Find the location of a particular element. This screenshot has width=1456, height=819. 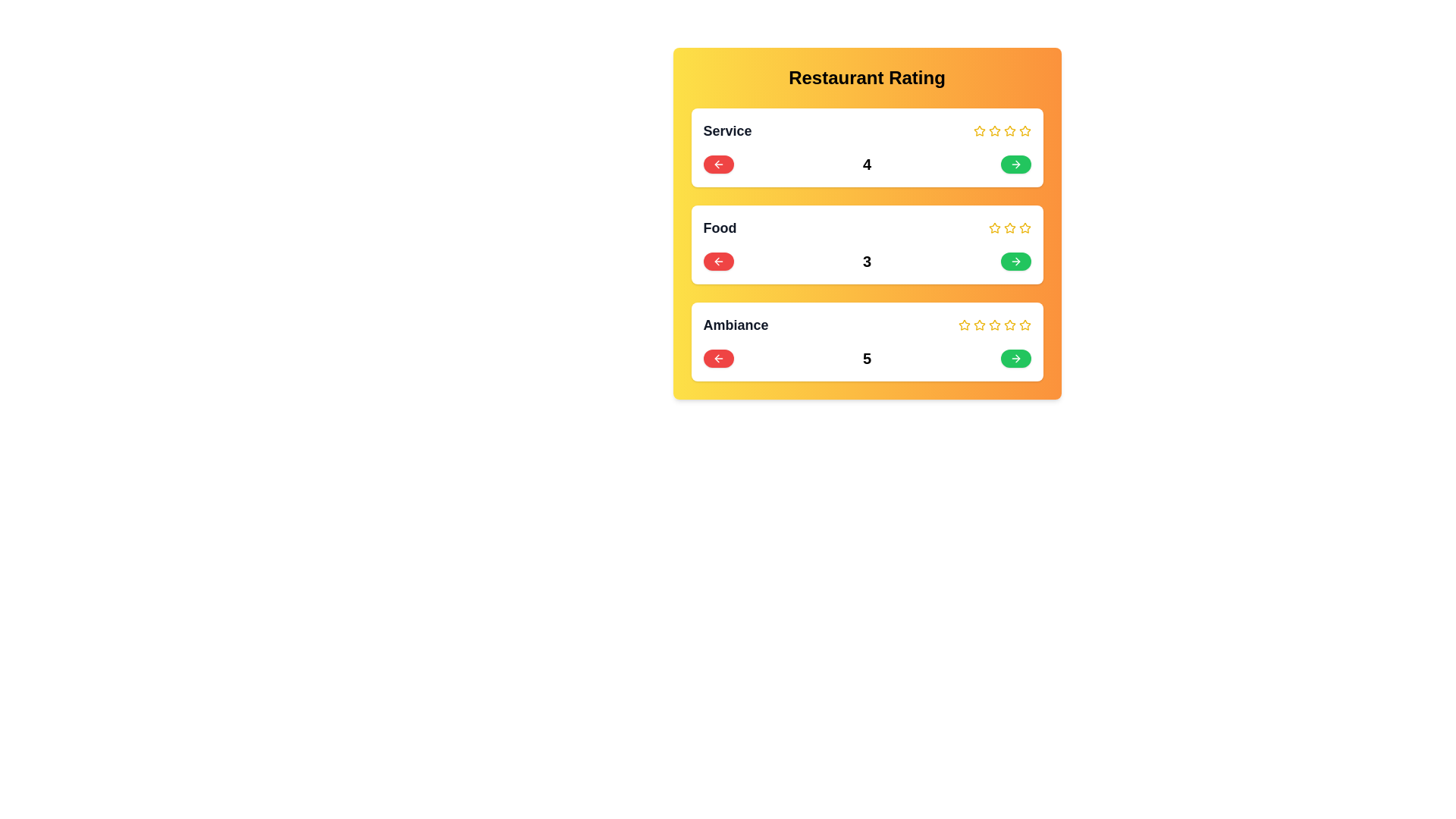

the numerical display element showing the value '5', which is located in the 'Ambiance' section of the 'Restaurant Rating' card, positioned between a red left-pointing arrow and a green right-pointing arrow is located at coordinates (867, 359).